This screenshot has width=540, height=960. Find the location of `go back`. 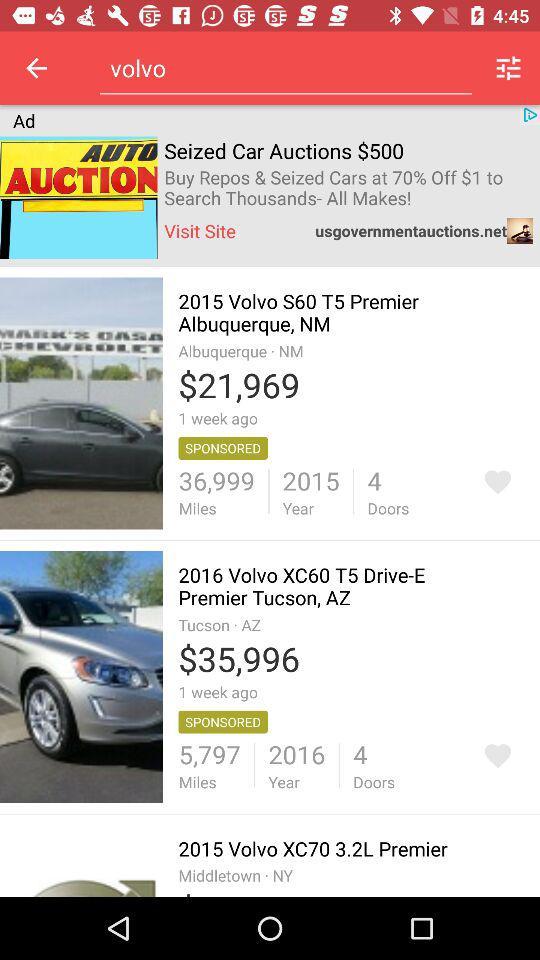

go back is located at coordinates (36, 68).